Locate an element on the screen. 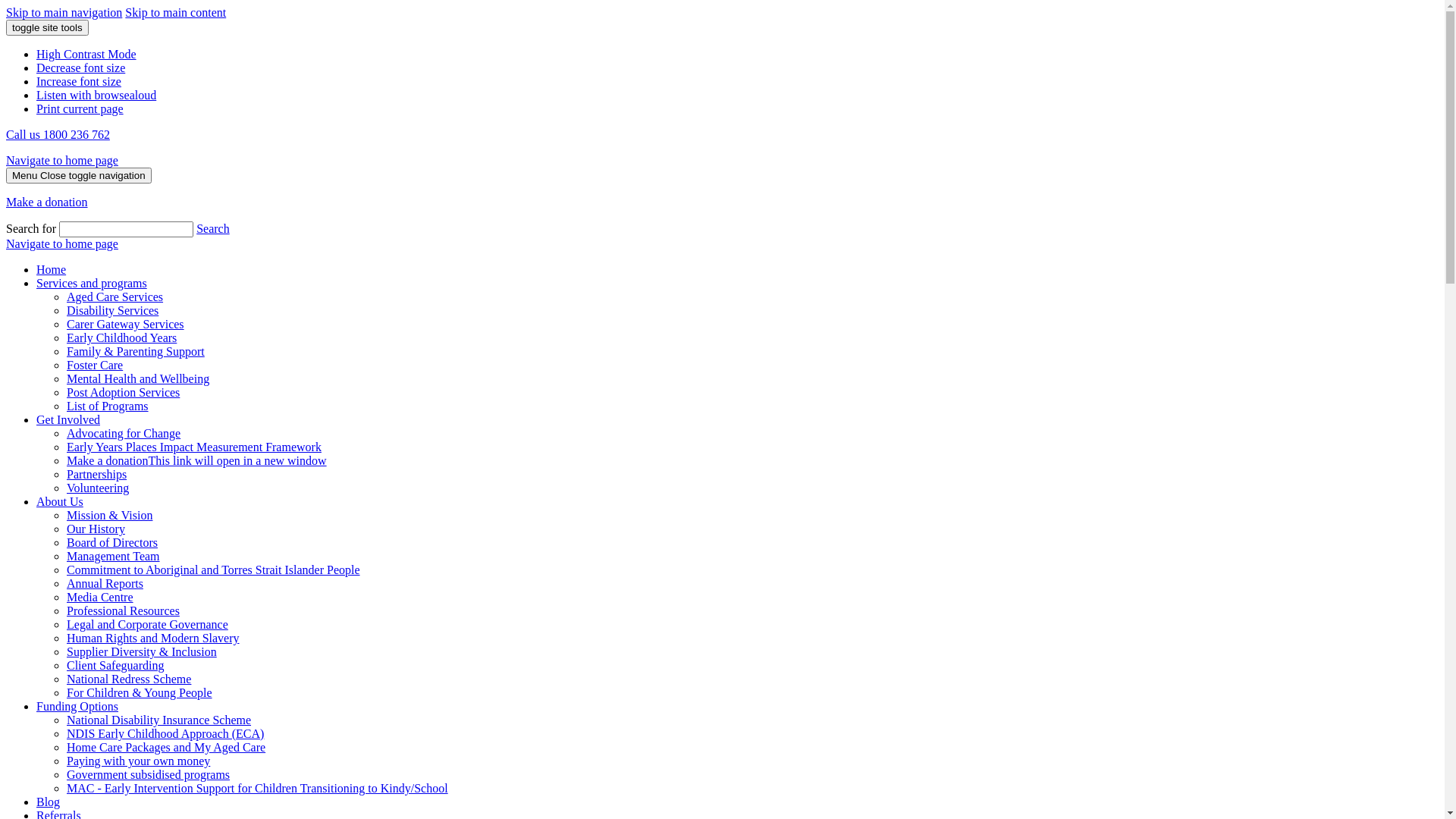 This screenshot has width=1456, height=819. 'Mission & Vision' is located at coordinates (108, 514).